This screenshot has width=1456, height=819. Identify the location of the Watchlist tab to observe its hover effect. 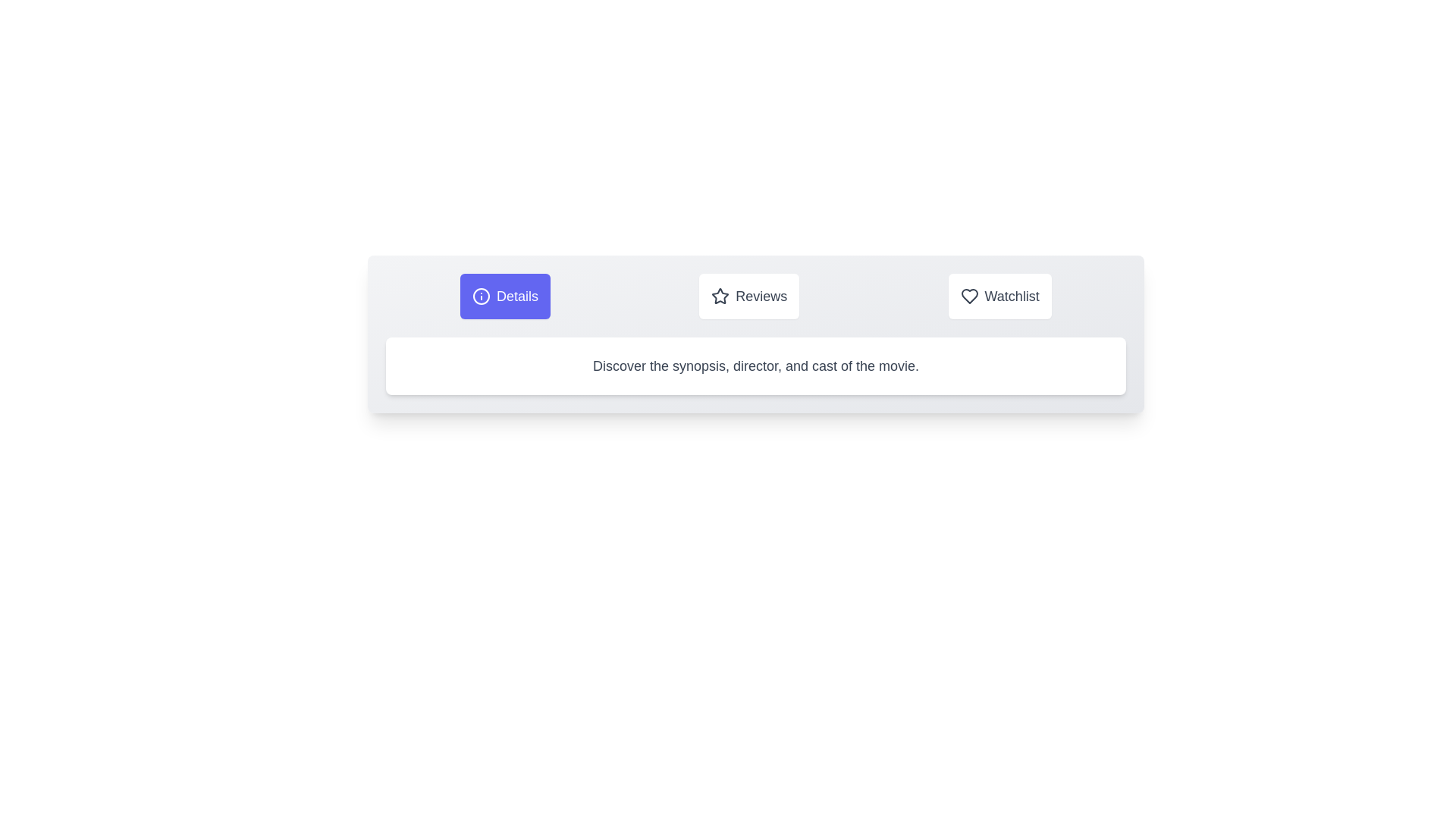
(999, 296).